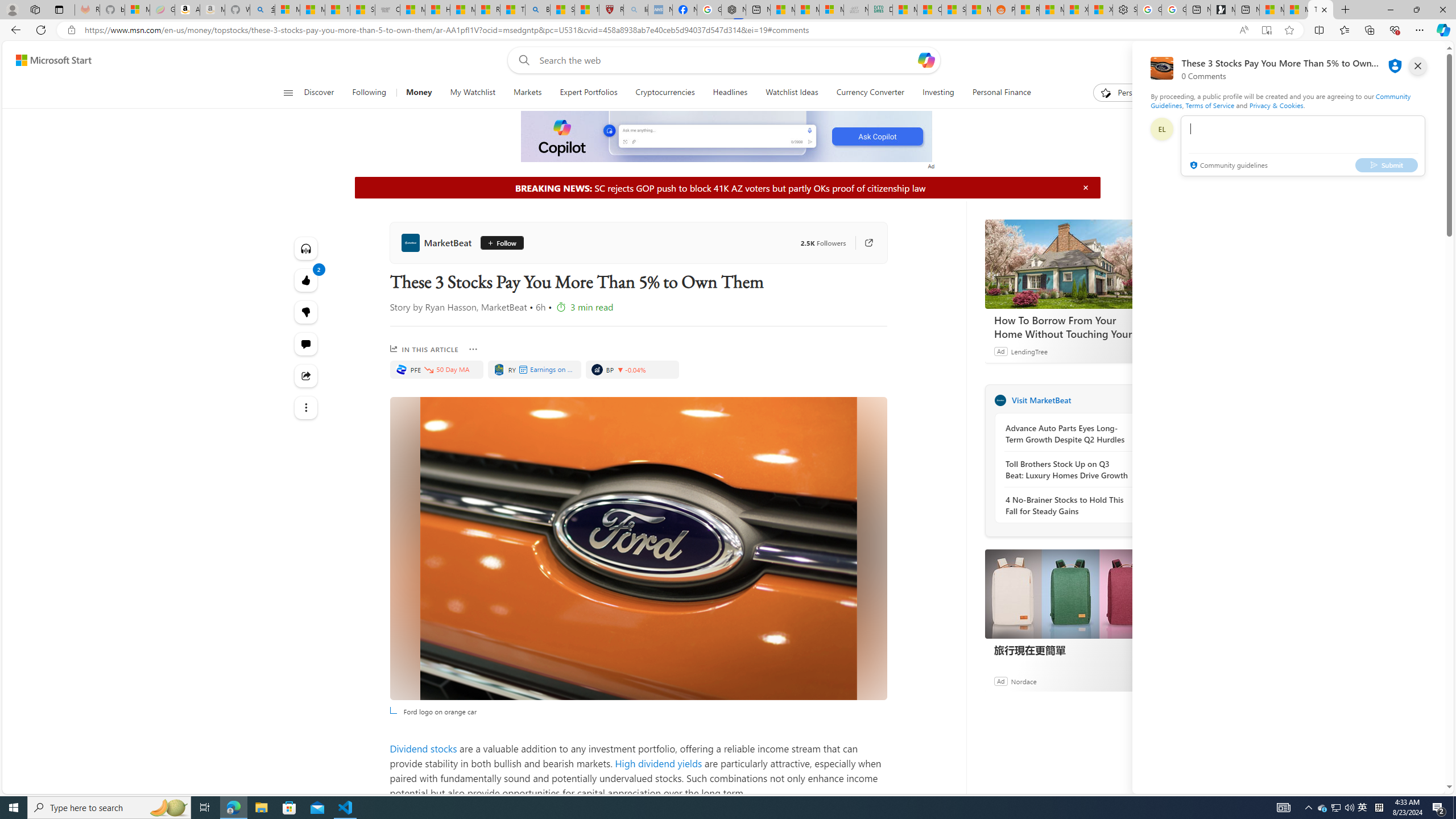  What do you see at coordinates (1228, 166) in the screenshot?
I see `'Community guidelines'` at bounding box center [1228, 166].